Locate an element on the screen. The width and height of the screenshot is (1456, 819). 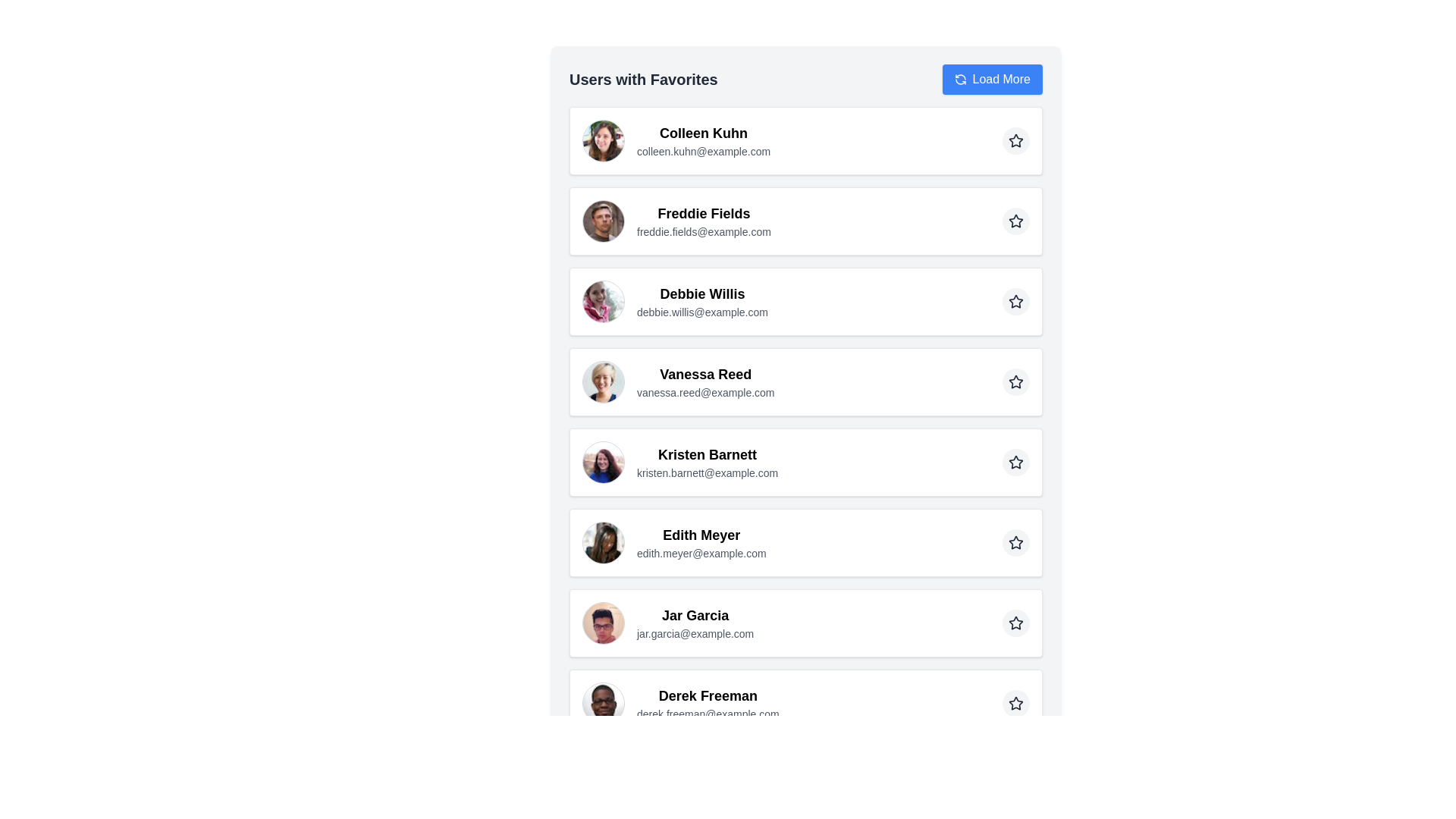
the favorite button located at the far-right side of the row for the user 'Freddie Fields' is located at coordinates (1015, 221).